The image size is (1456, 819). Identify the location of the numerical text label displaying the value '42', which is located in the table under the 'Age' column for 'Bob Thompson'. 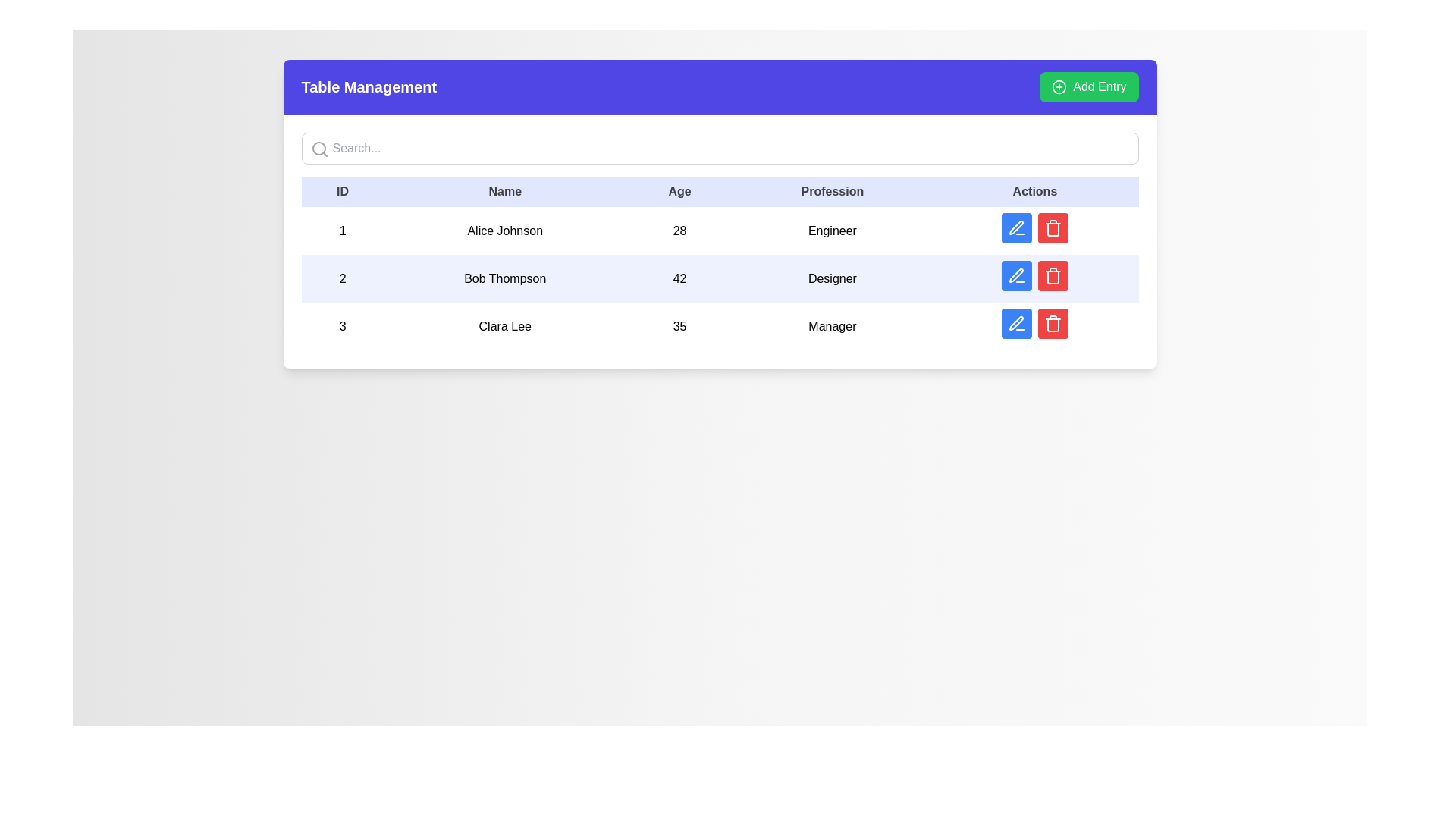
(679, 278).